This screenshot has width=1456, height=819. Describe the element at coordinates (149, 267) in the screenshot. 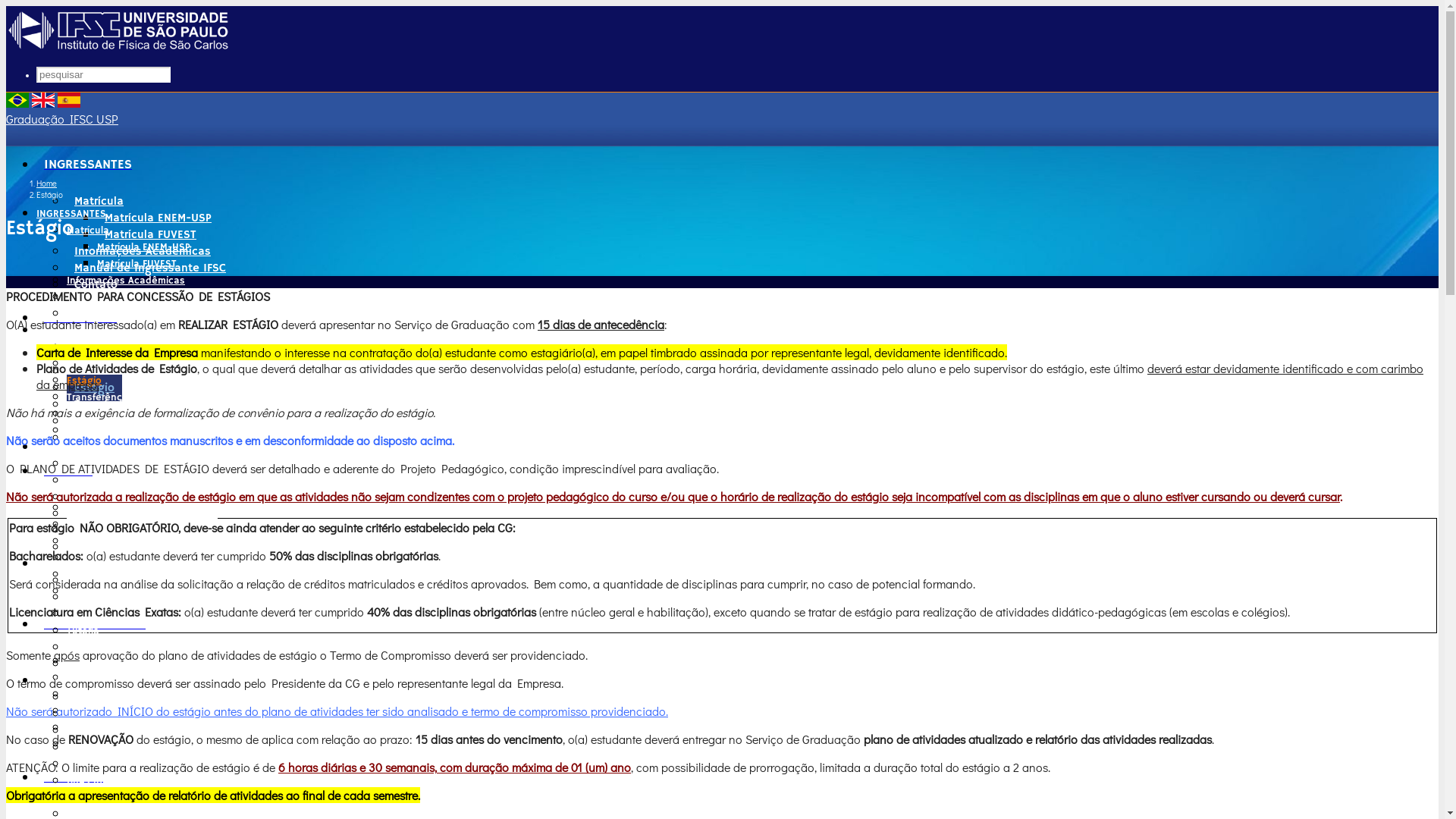

I see `'Manual de Ingressante IFSC'` at that location.